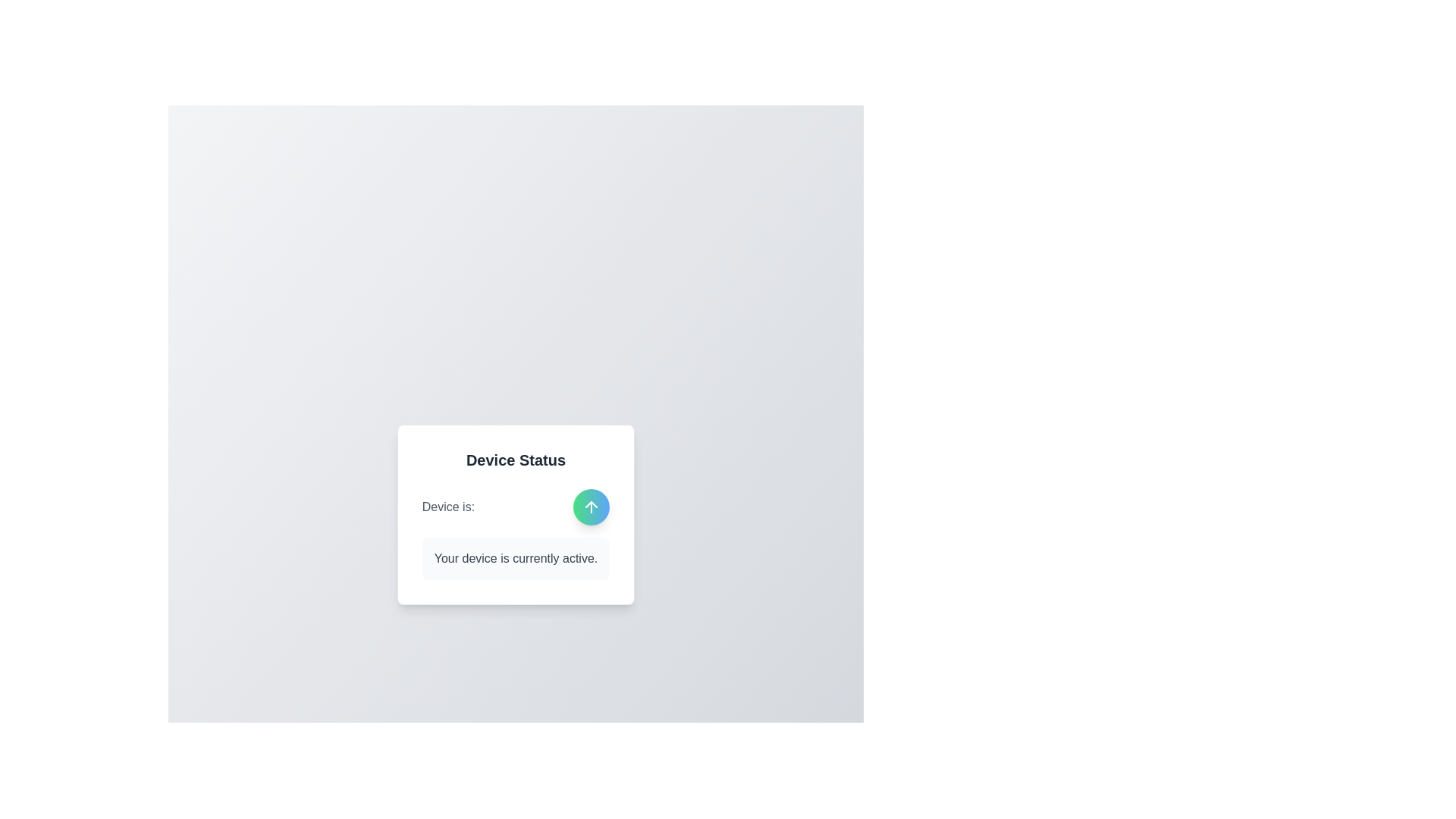 The width and height of the screenshot is (1456, 819). Describe the element at coordinates (591, 507) in the screenshot. I see `the upward arrow button located to the far-right side of the layout, next to the 'Device is:' text` at that location.